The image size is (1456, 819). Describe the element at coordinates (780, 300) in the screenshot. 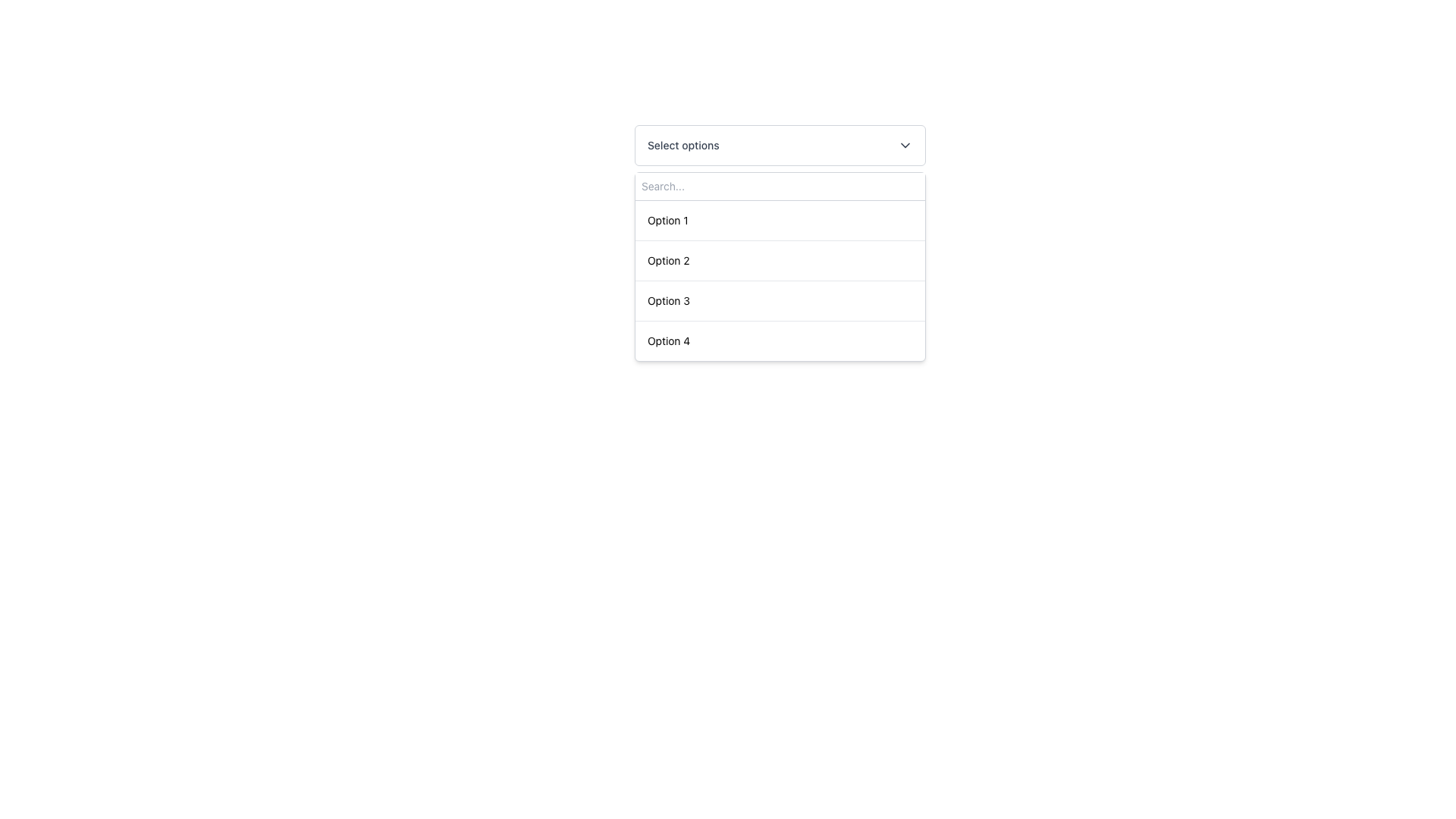

I see `to select 'Option 3' from the dropdown menu, which is the third option in the list` at that location.